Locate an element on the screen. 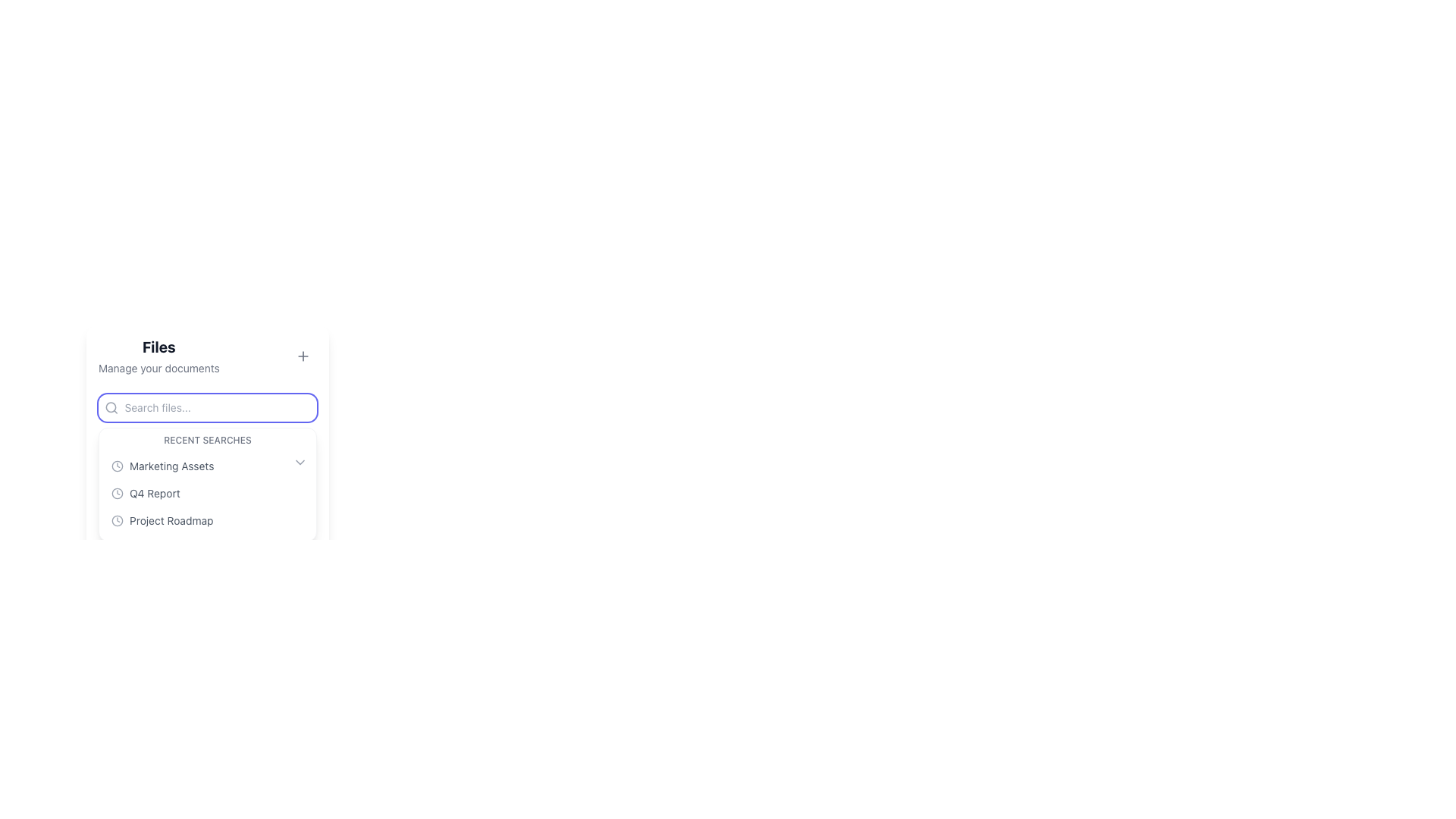 Image resolution: width=1456 pixels, height=819 pixels. the recent search option located at the bottom of the 'RECENT SEARCHES' list is located at coordinates (206, 519).